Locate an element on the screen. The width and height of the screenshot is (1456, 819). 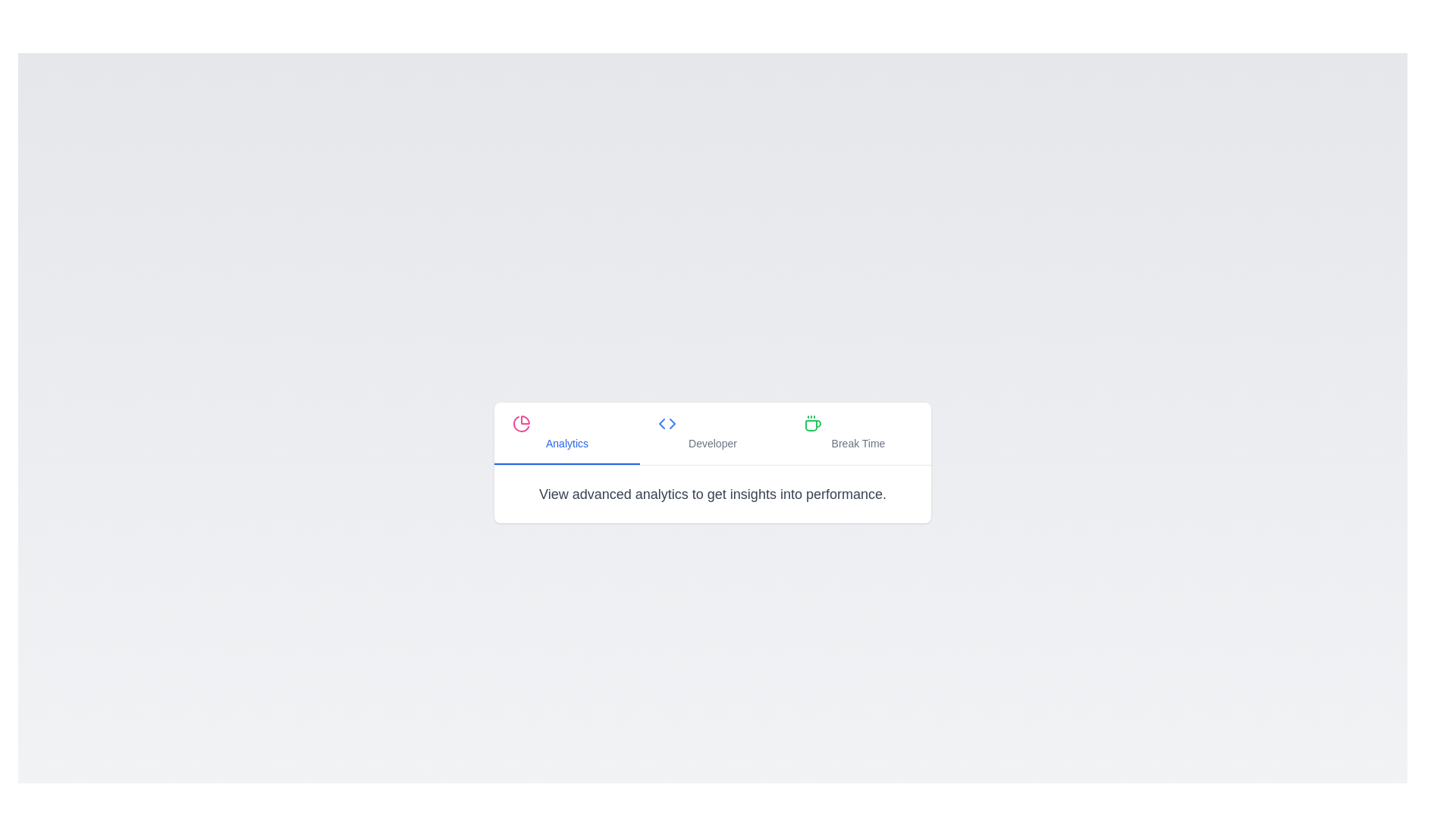
the tab labeled Break Time is located at coordinates (858, 433).